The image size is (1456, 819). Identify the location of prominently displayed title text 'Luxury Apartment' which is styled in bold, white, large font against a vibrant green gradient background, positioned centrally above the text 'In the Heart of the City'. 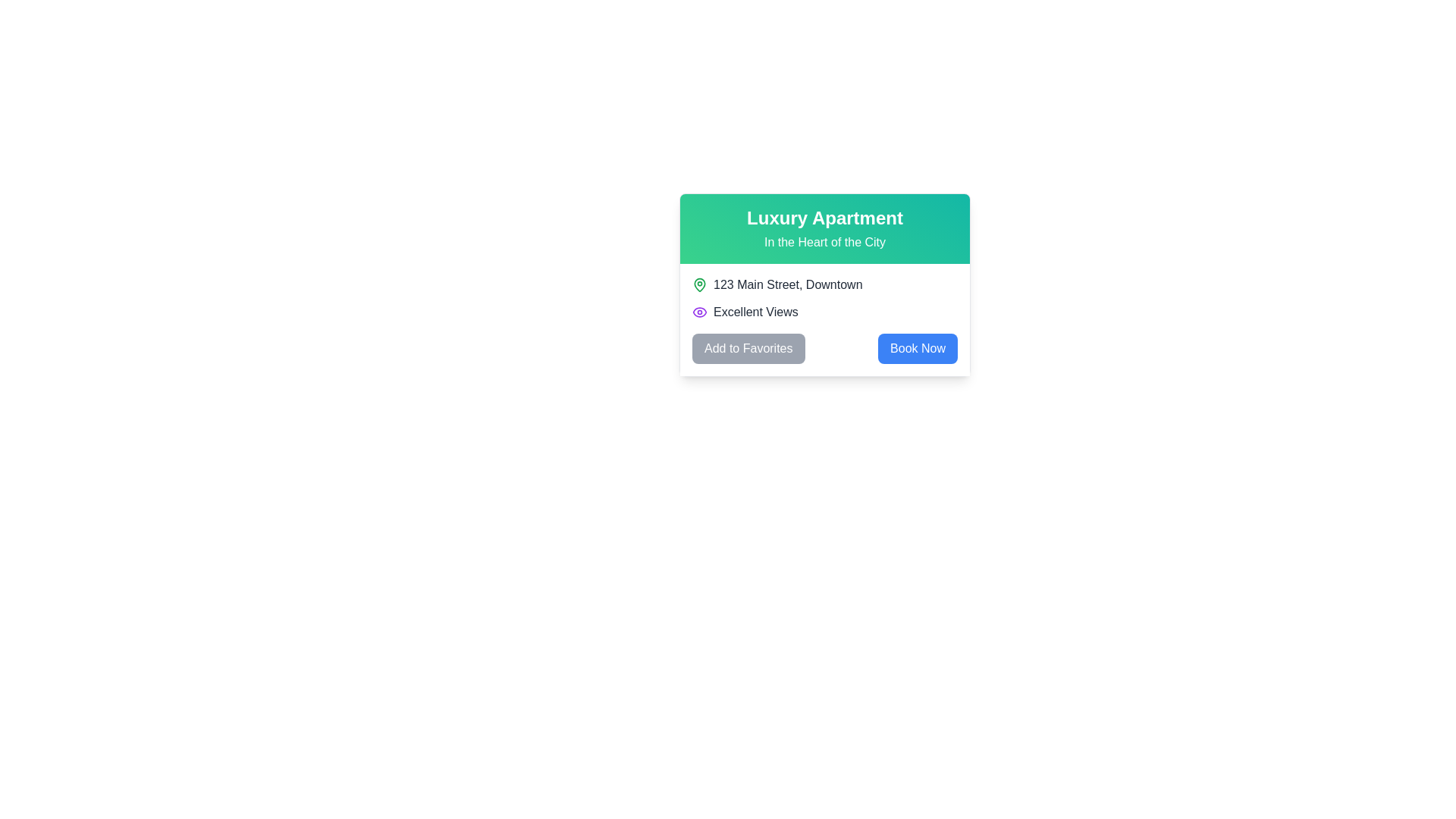
(824, 218).